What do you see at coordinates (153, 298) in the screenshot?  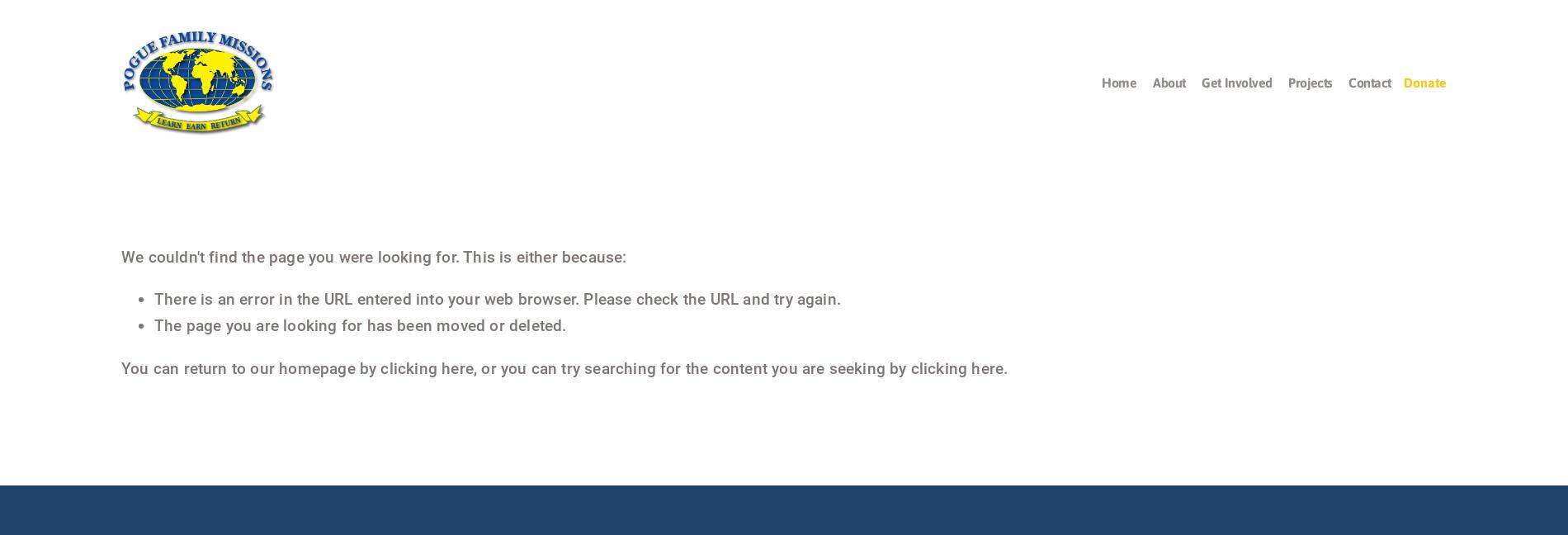 I see `'There is an error in the URL entered into your web browser. Please check the URL and try again.'` at bounding box center [153, 298].